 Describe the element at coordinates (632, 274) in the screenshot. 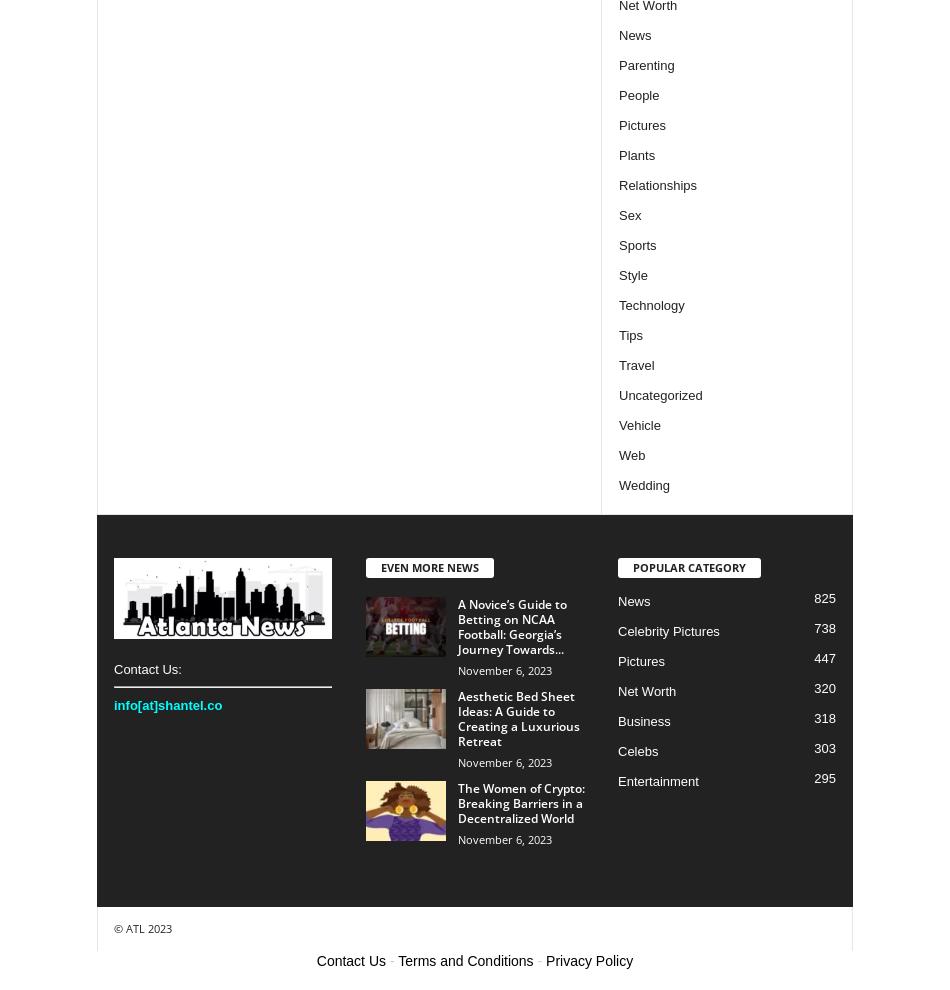

I see `'Style'` at that location.